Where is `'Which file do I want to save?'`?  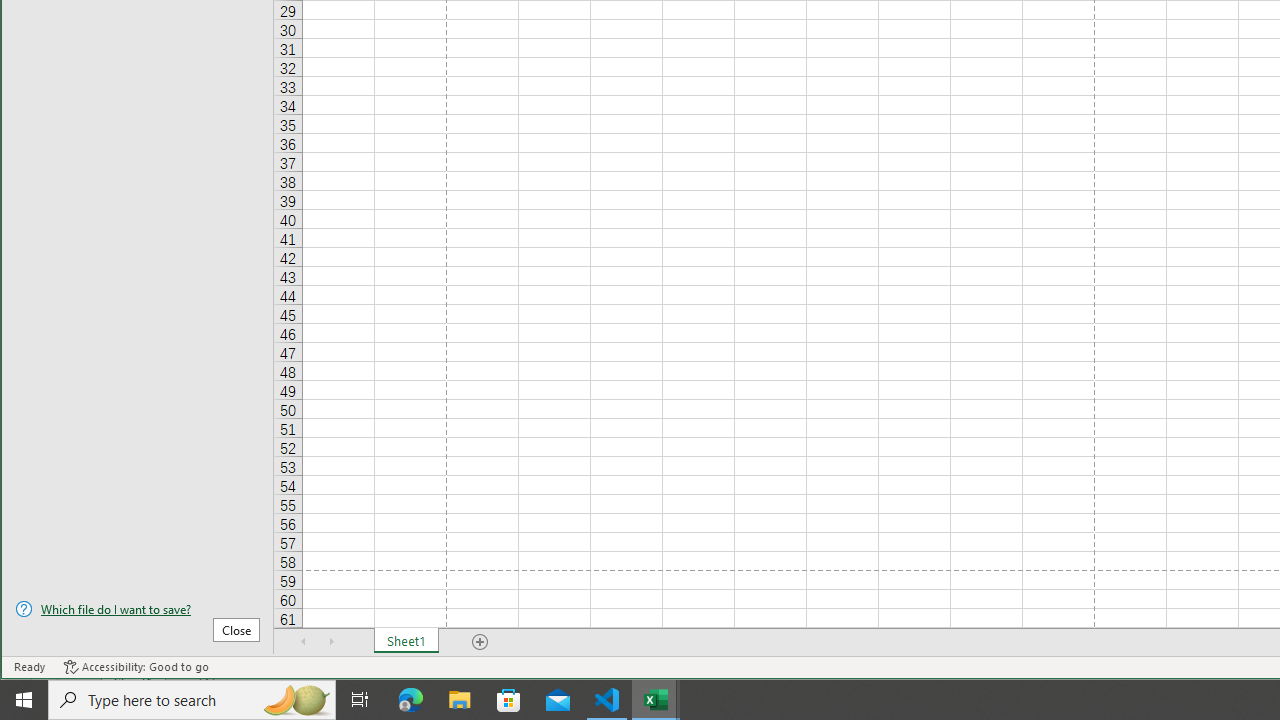
'Which file do I want to save?' is located at coordinates (136, 608).